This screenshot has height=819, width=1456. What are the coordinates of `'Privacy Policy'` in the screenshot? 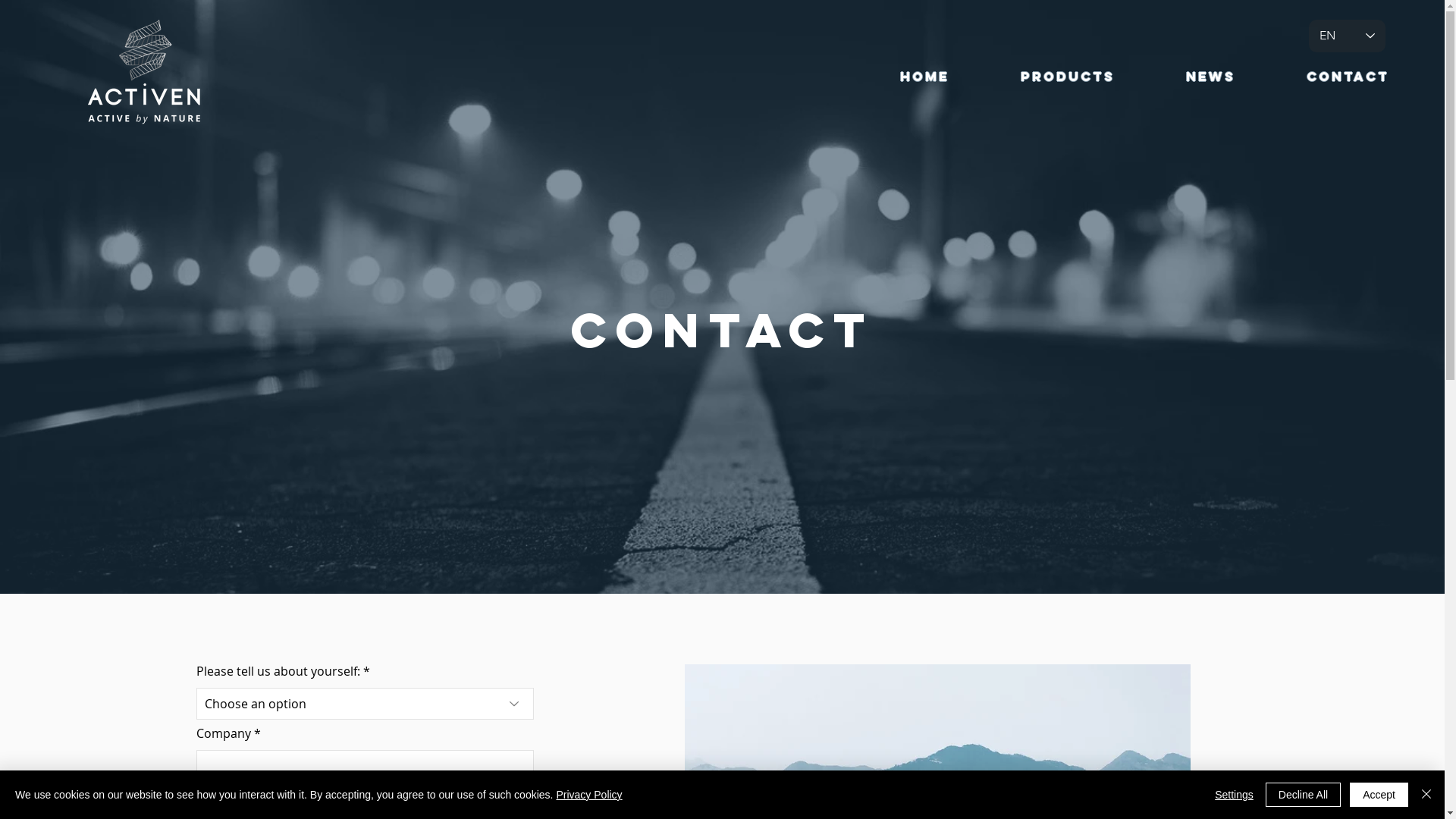 It's located at (588, 794).